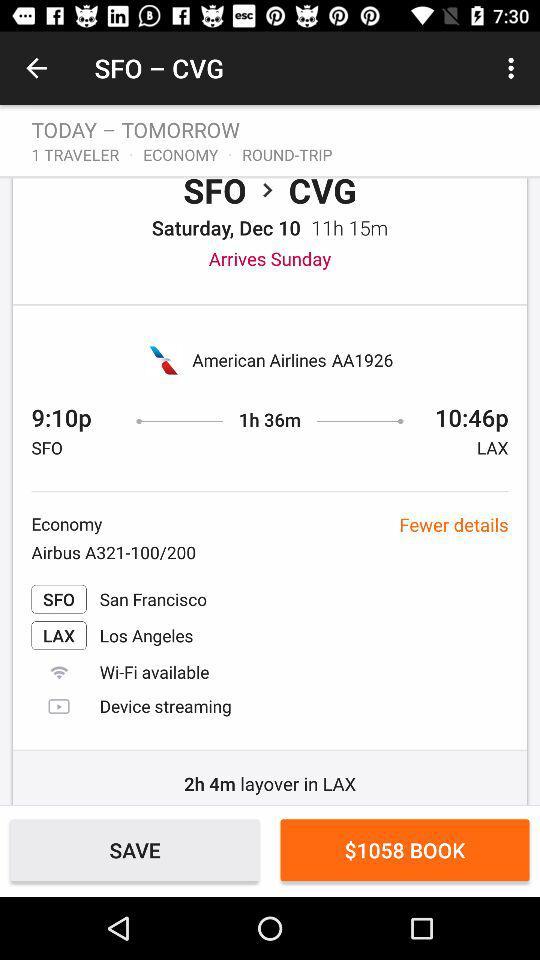  Describe the element at coordinates (135, 849) in the screenshot. I see `save icon` at that location.